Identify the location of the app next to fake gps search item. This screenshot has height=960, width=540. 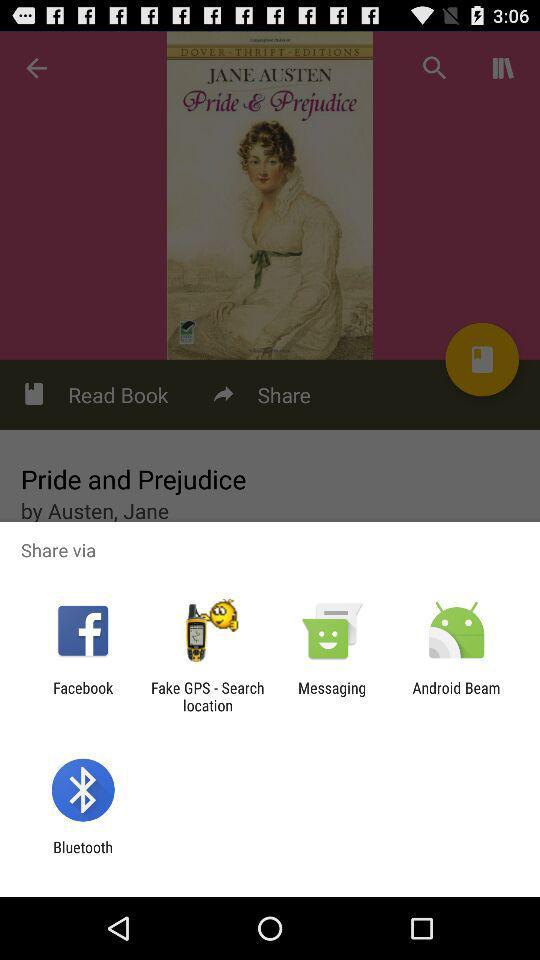
(332, 696).